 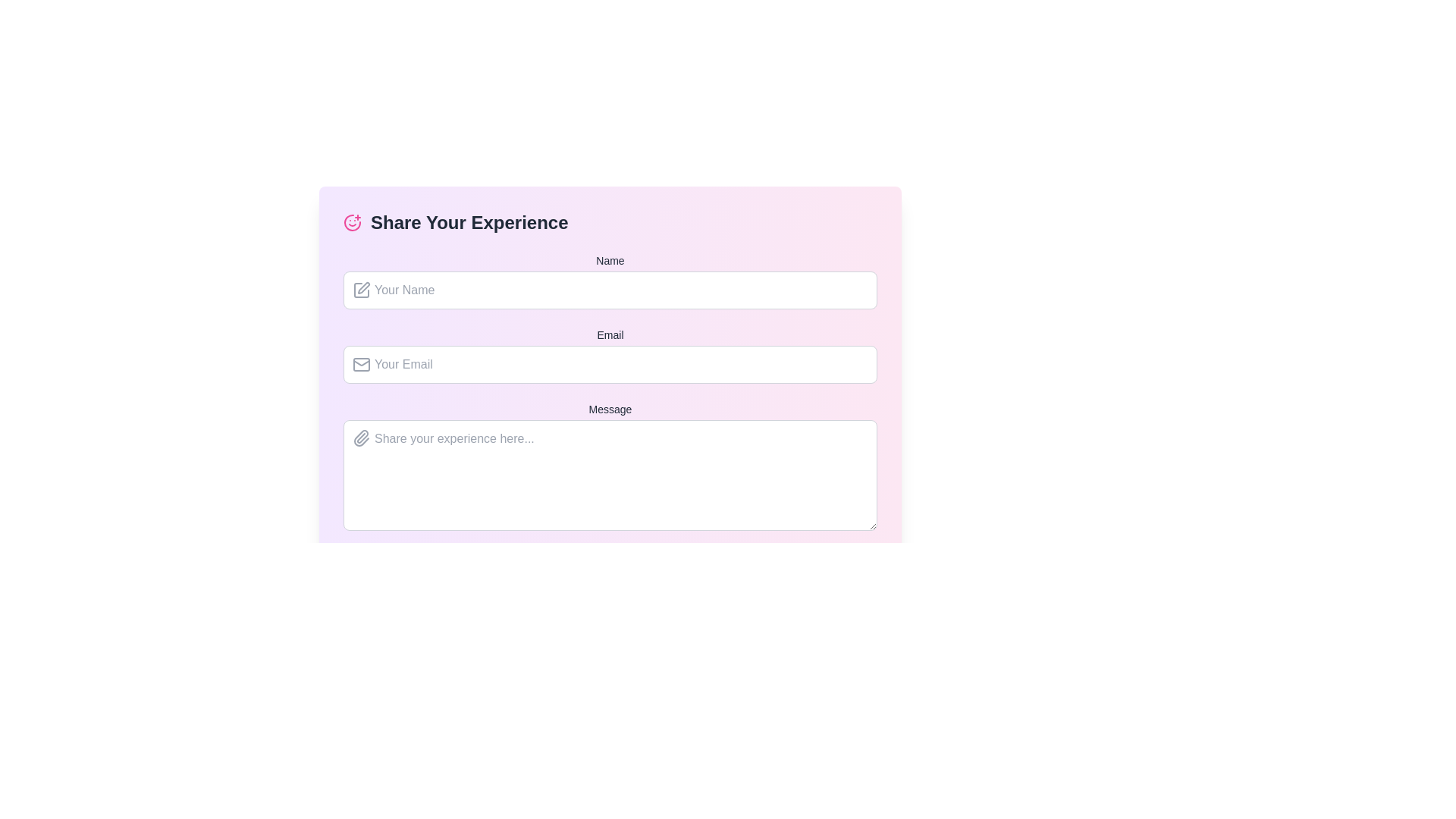 I want to click on the 'Email' label, which is a bold dark gray text located above the email input field in the user feedback submission section, so click(x=610, y=334).